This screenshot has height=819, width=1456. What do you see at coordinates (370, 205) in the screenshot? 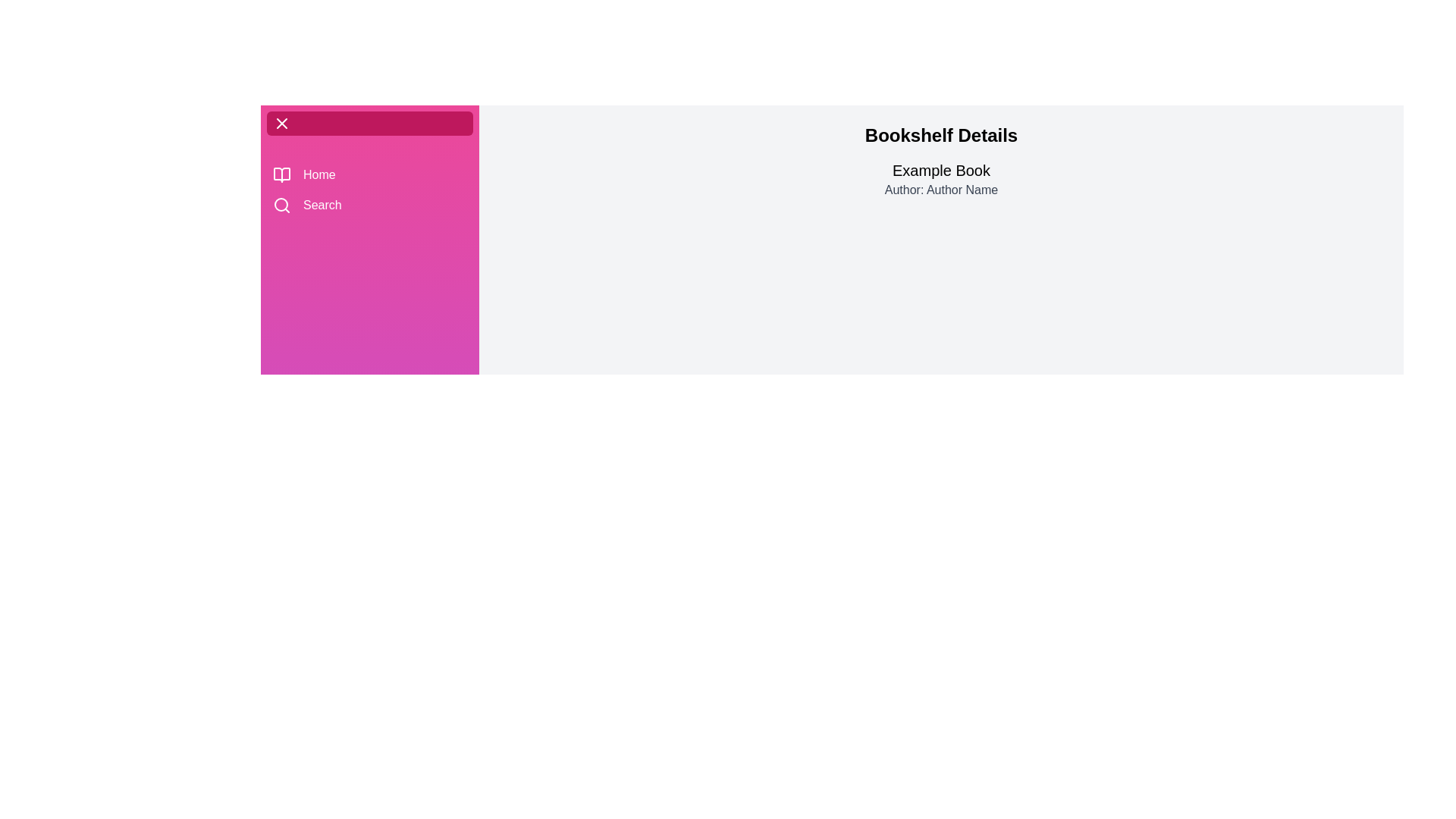
I see `the 'Search' menu item to navigate to the 'Search' section` at bounding box center [370, 205].